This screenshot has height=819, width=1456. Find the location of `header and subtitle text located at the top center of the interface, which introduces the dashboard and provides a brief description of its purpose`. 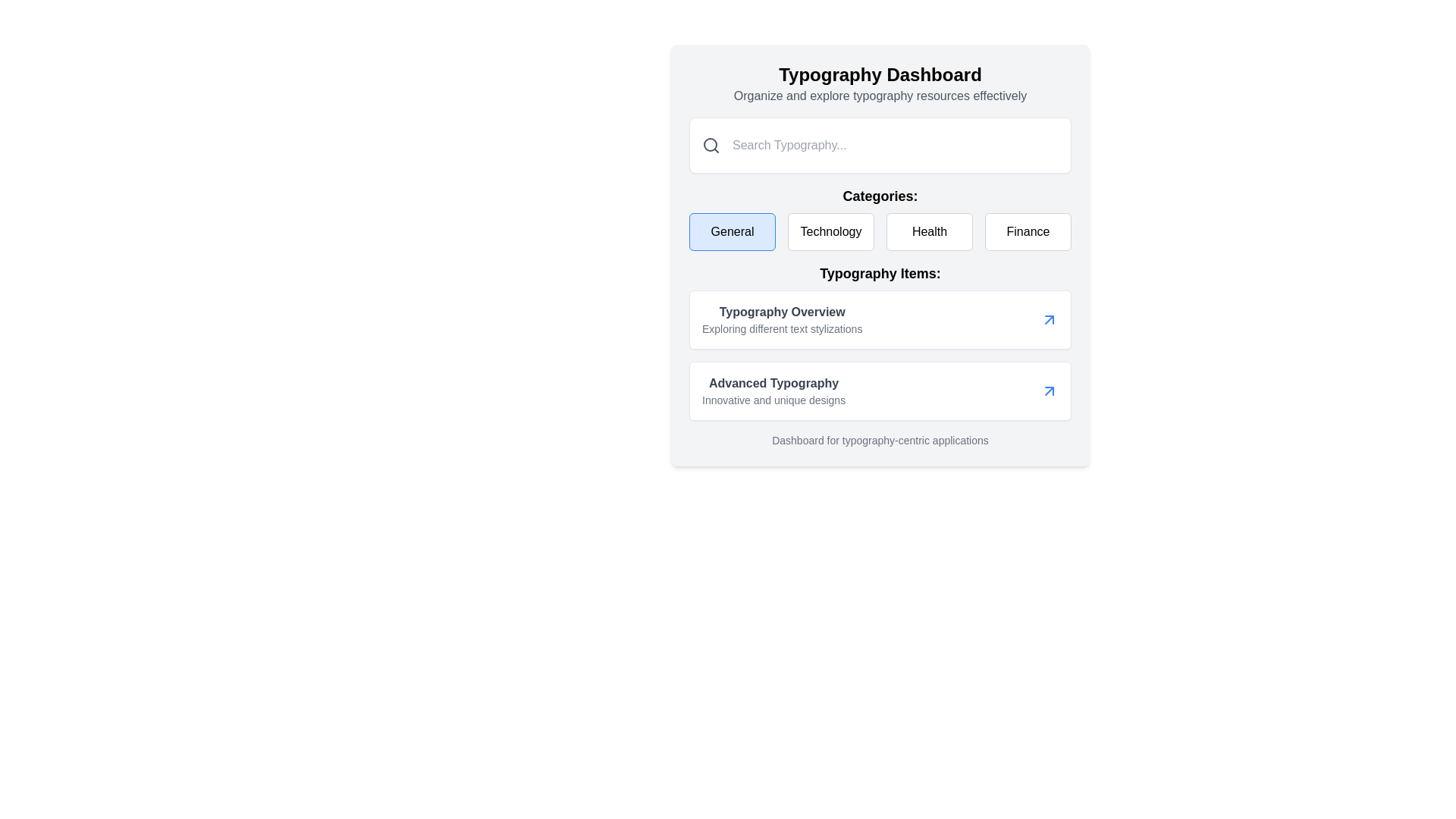

header and subtitle text located at the top center of the interface, which introduces the dashboard and provides a brief description of its purpose is located at coordinates (880, 84).